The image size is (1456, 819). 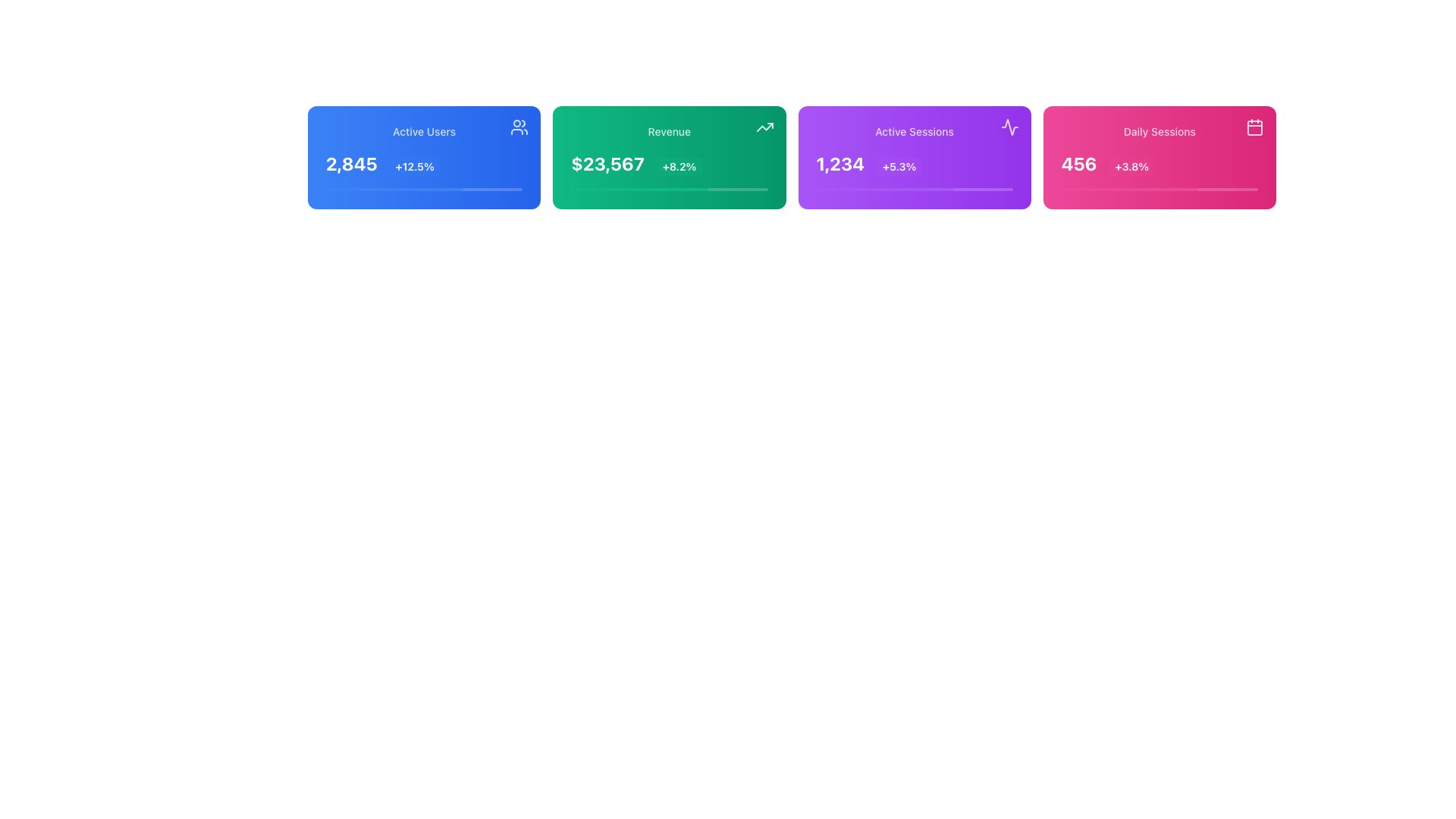 What do you see at coordinates (424, 189) in the screenshot?
I see `the progress level visually indicated by the horizontal progress bar located below the numeric value and percentage label in the 'Active Users' card` at bounding box center [424, 189].